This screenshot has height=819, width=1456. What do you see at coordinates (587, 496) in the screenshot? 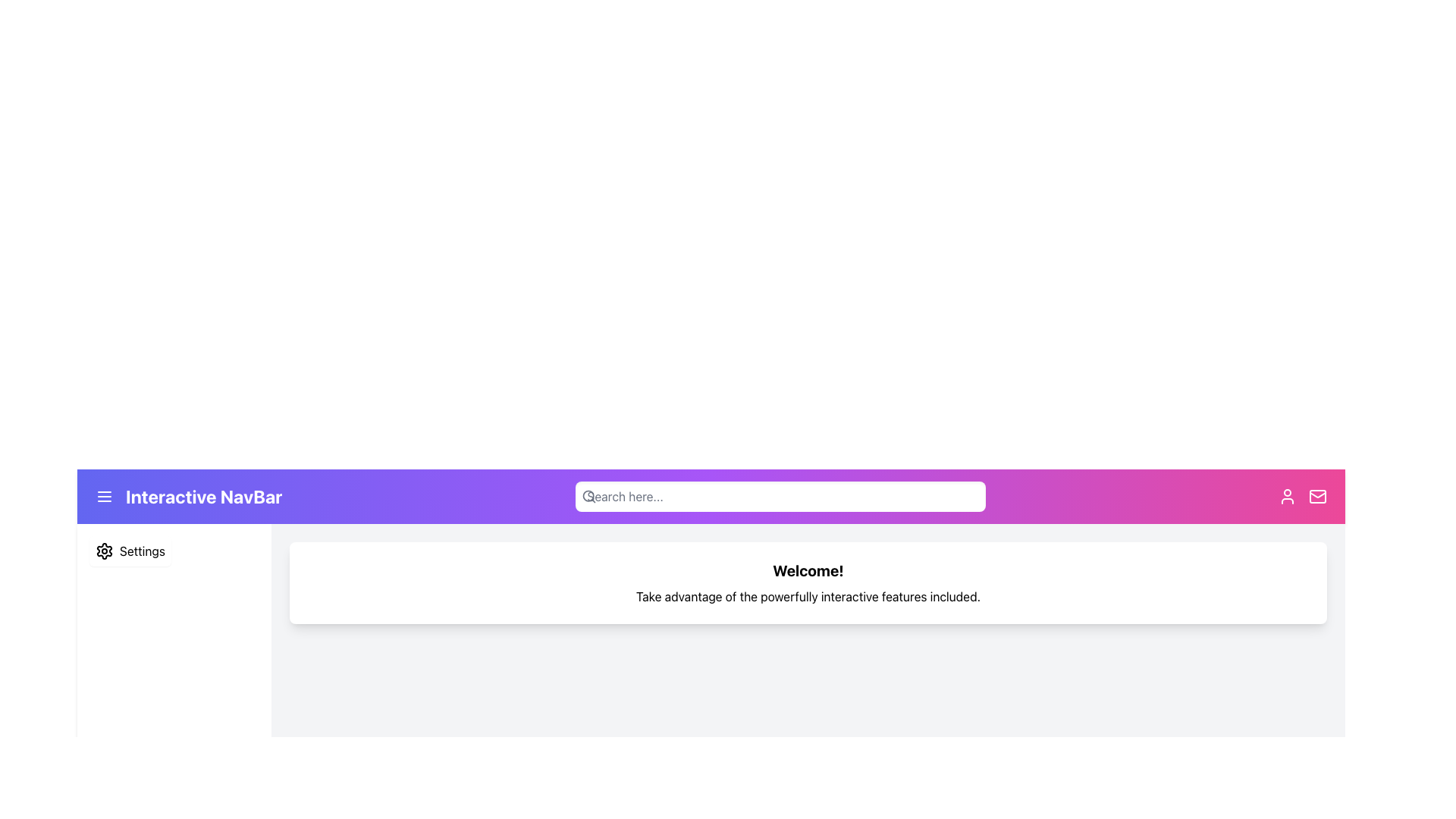
I see `the circular part of the magnifying glass icon located` at bounding box center [587, 496].